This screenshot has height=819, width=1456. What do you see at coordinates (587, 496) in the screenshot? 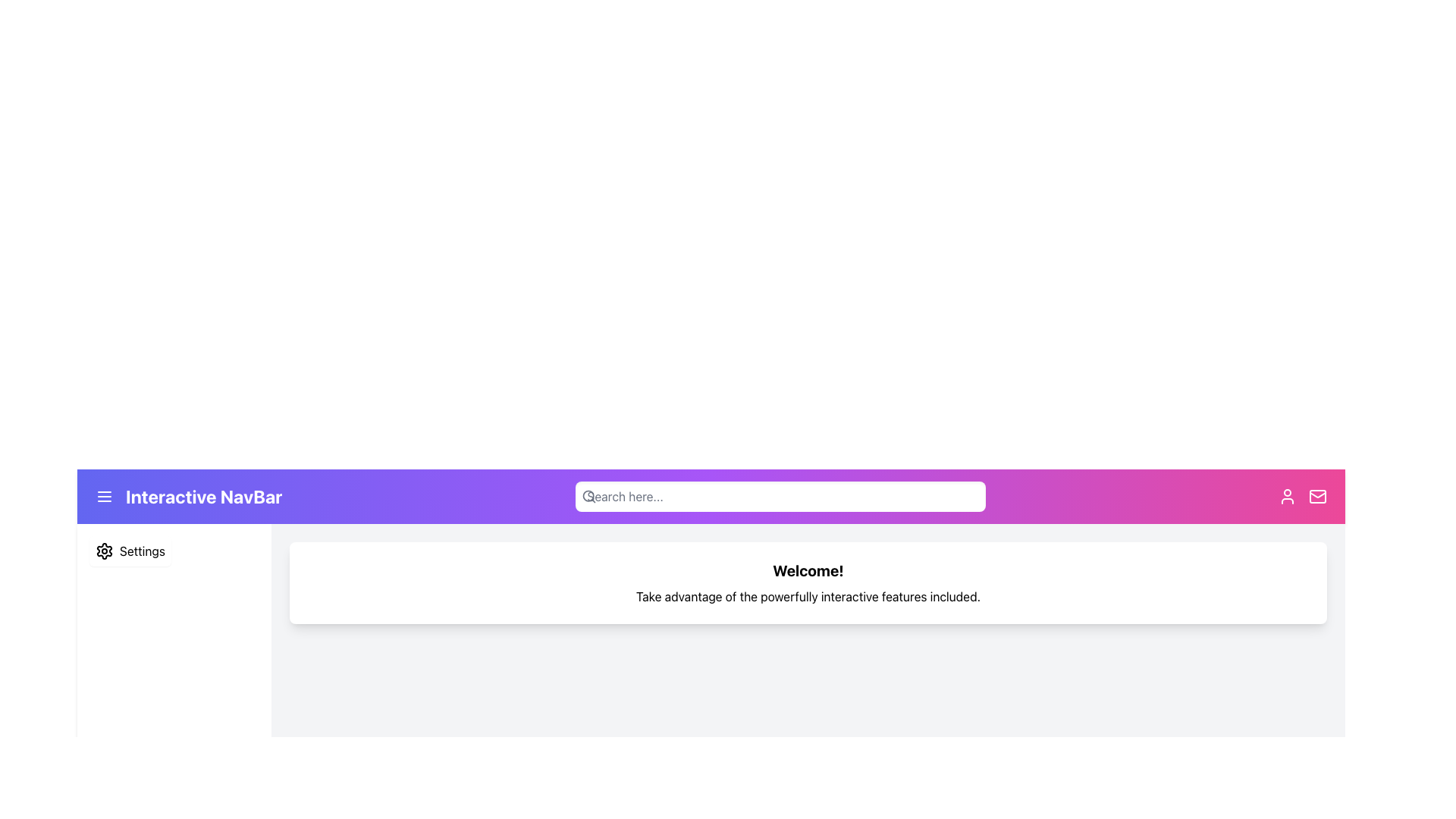
I see `the circular part of the magnifying glass icon located` at bounding box center [587, 496].